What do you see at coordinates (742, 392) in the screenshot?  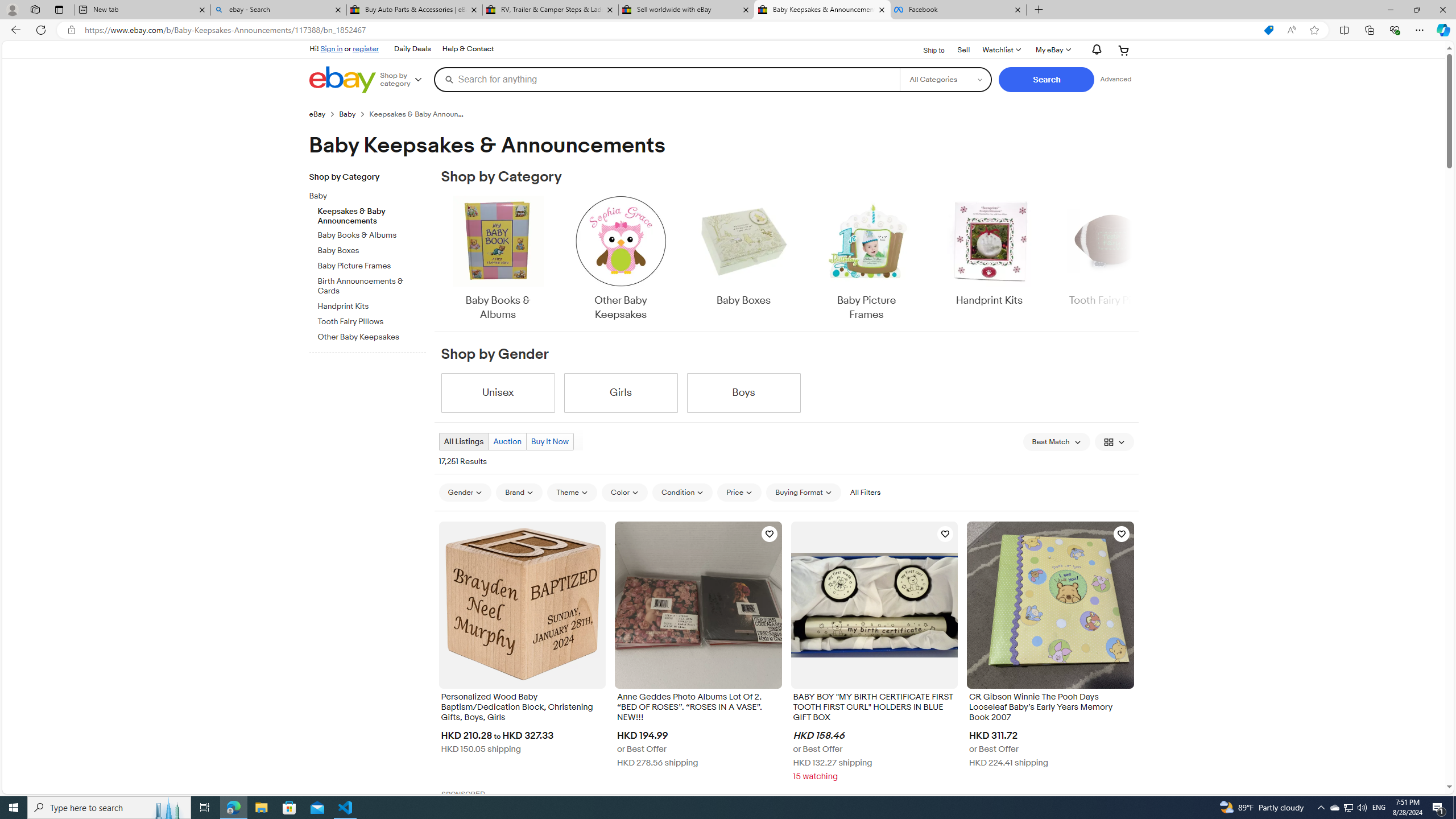 I see `'Boys'` at bounding box center [742, 392].